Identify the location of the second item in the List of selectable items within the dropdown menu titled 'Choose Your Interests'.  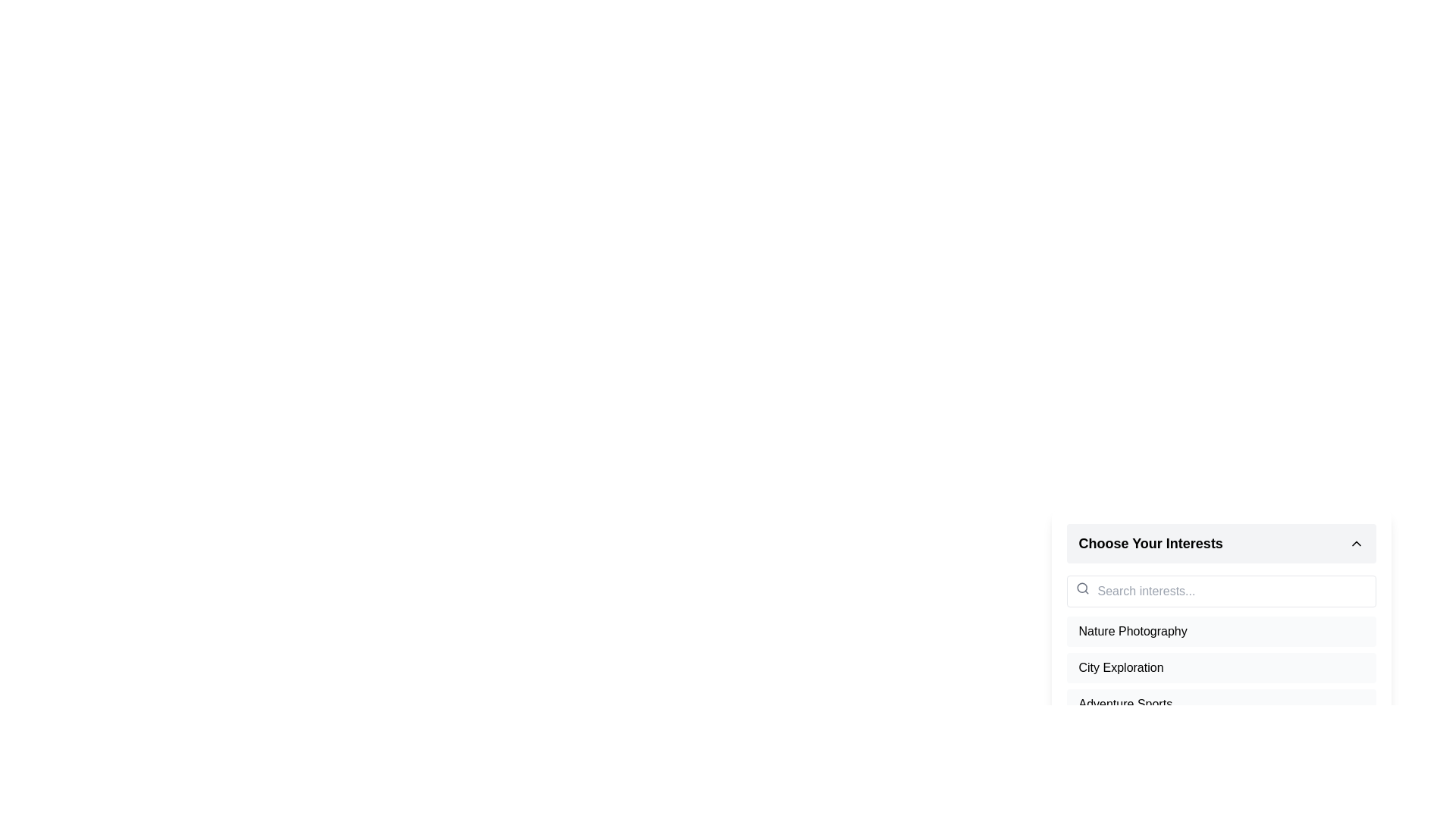
(1221, 686).